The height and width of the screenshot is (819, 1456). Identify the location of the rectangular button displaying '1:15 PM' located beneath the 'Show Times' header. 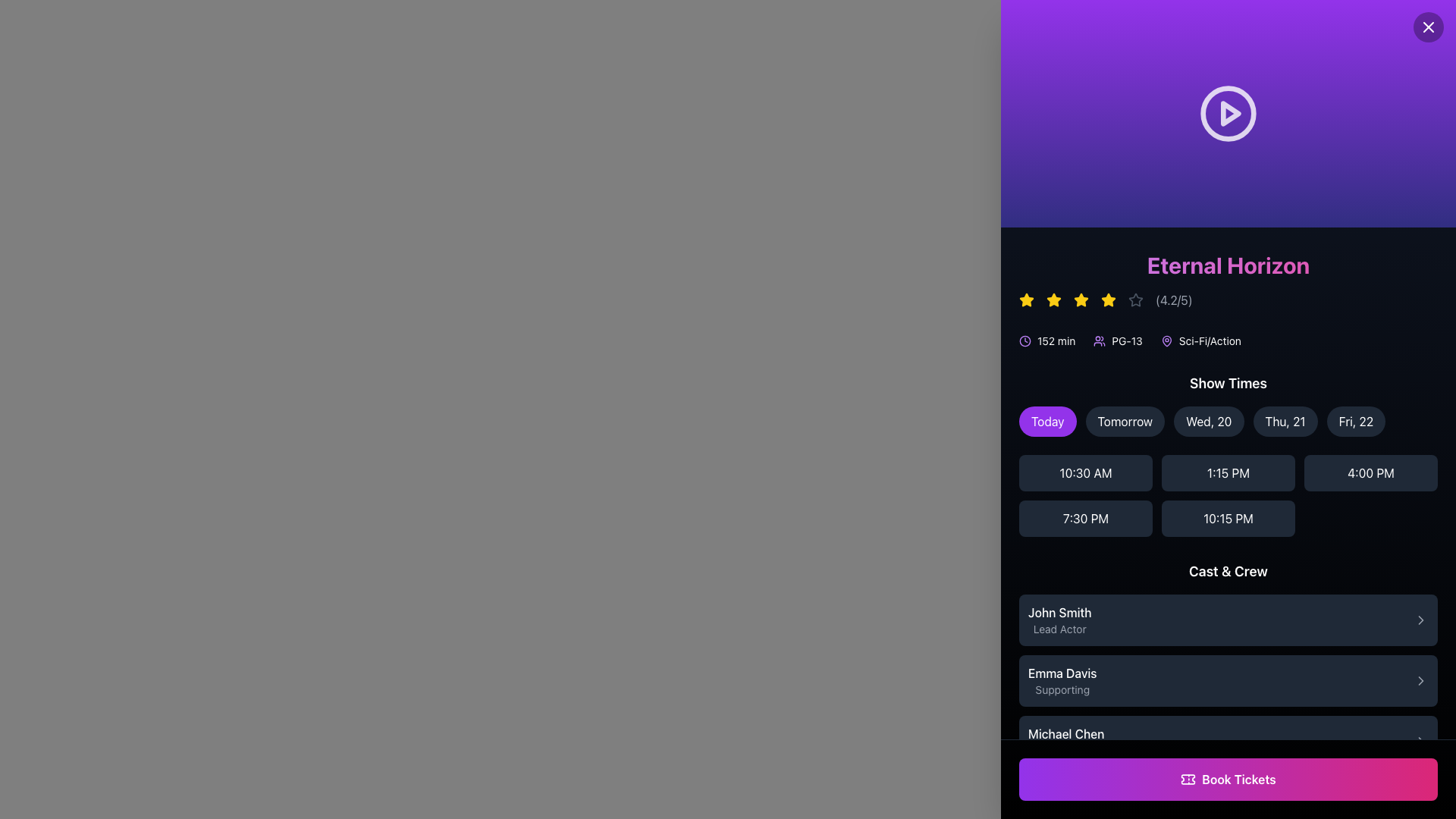
(1228, 454).